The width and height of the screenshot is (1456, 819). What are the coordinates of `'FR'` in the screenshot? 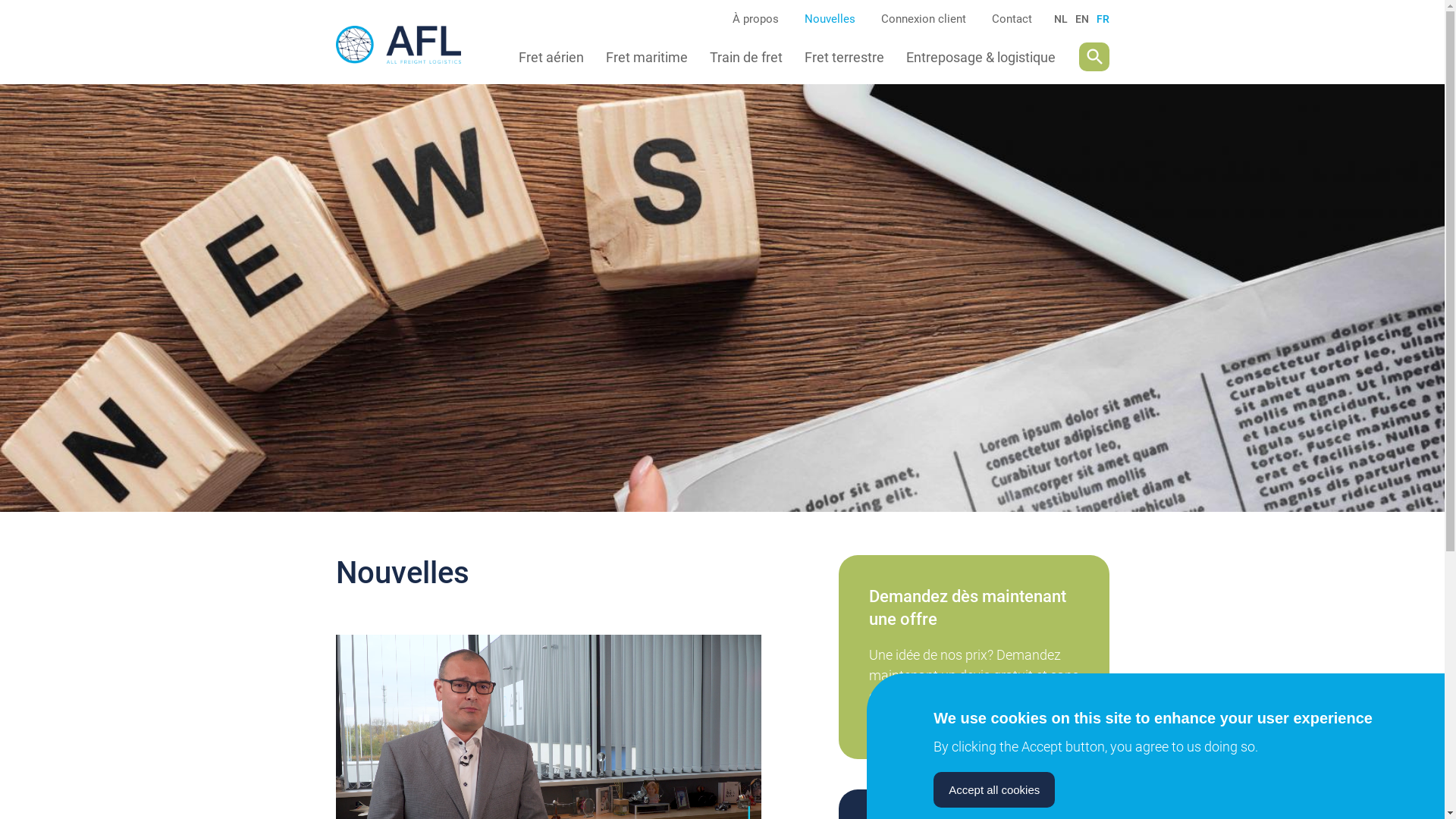 It's located at (1103, 18).